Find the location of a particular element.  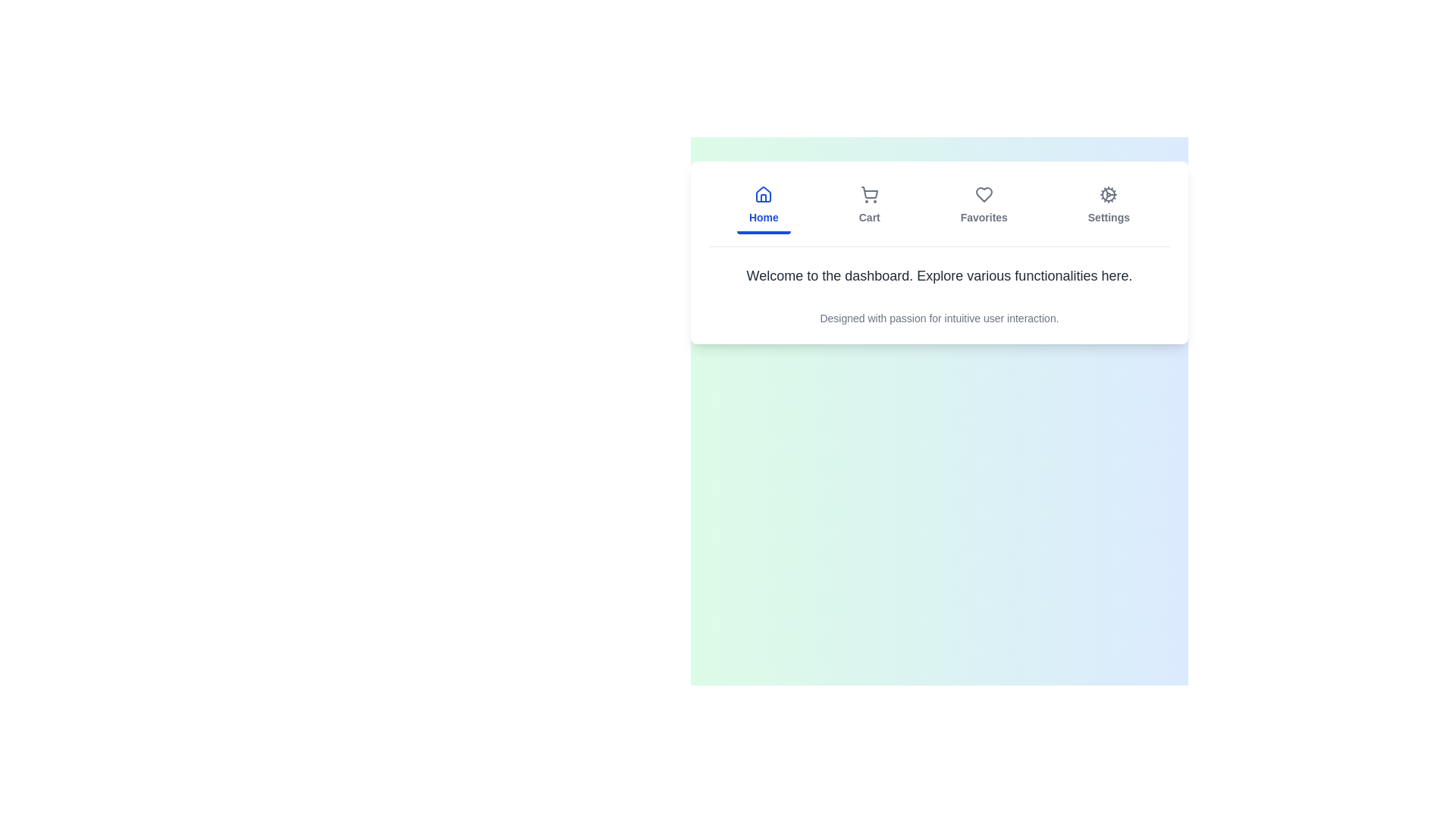

the heart icon in the 'Favorites' section of the top navigation bar is located at coordinates (984, 194).